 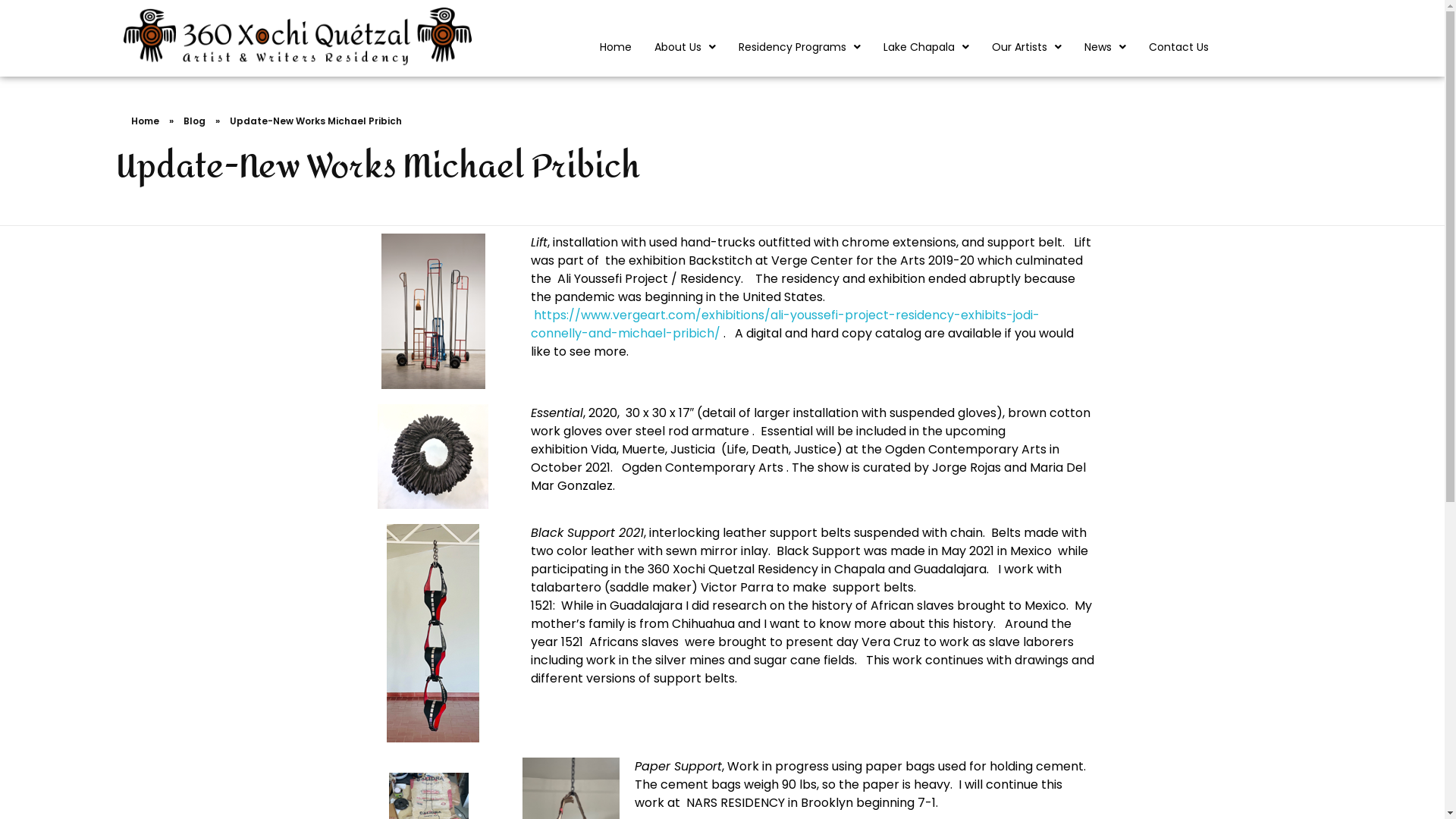 I want to click on 'News', so click(x=1072, y=45).